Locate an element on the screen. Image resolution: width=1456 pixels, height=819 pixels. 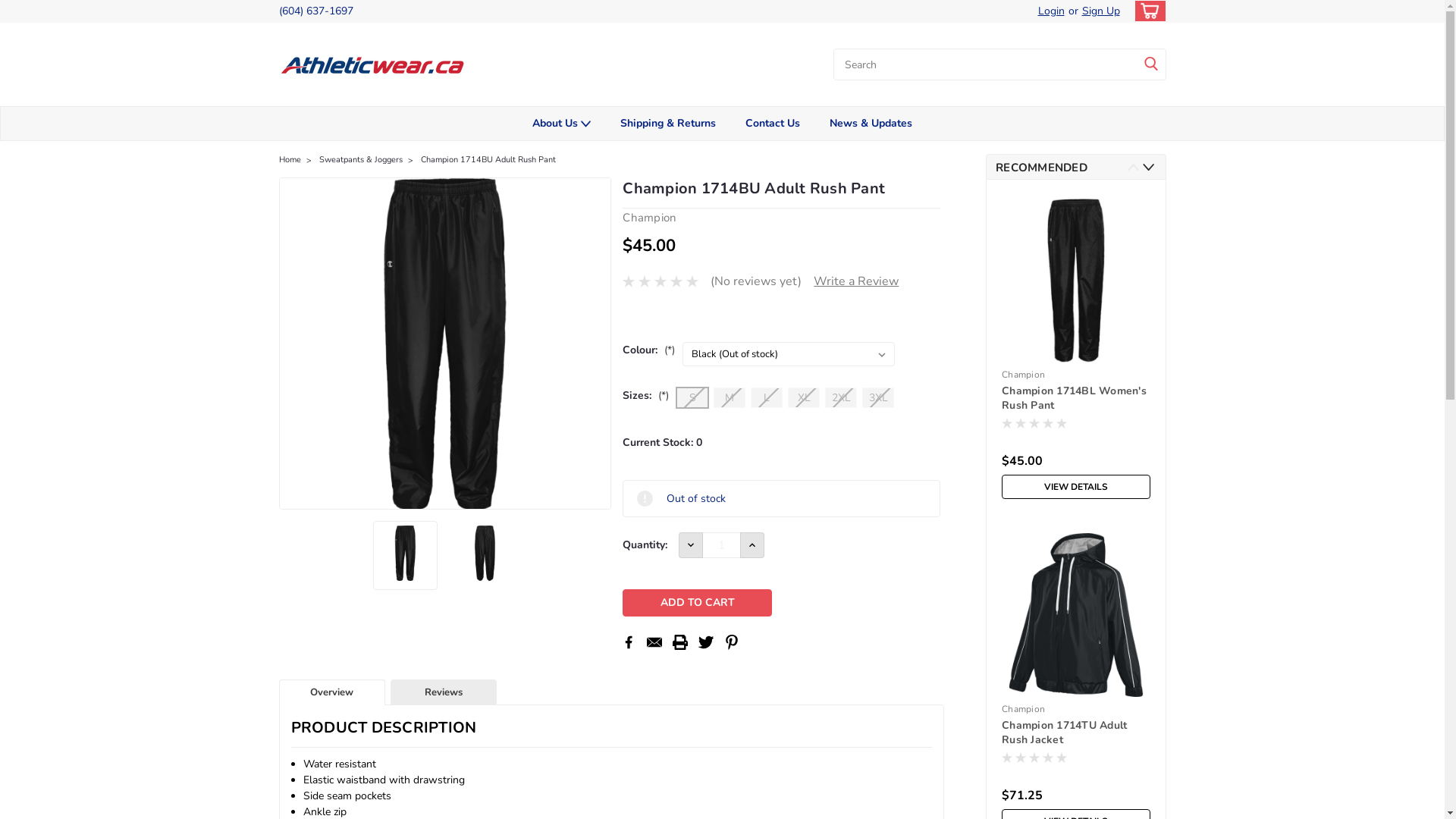
'Champion' is located at coordinates (1023, 374).